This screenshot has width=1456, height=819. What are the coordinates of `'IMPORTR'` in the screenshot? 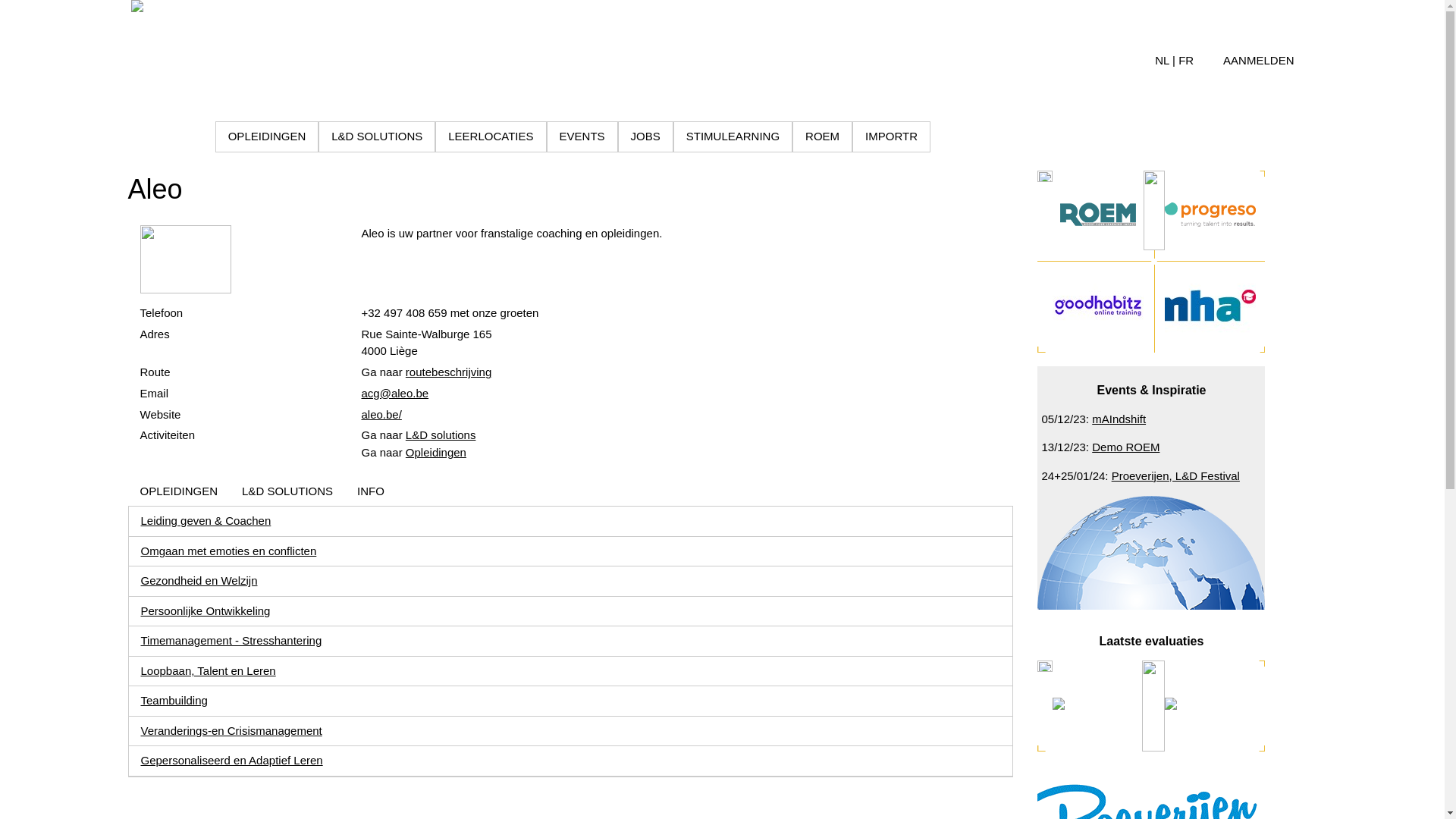 It's located at (891, 136).